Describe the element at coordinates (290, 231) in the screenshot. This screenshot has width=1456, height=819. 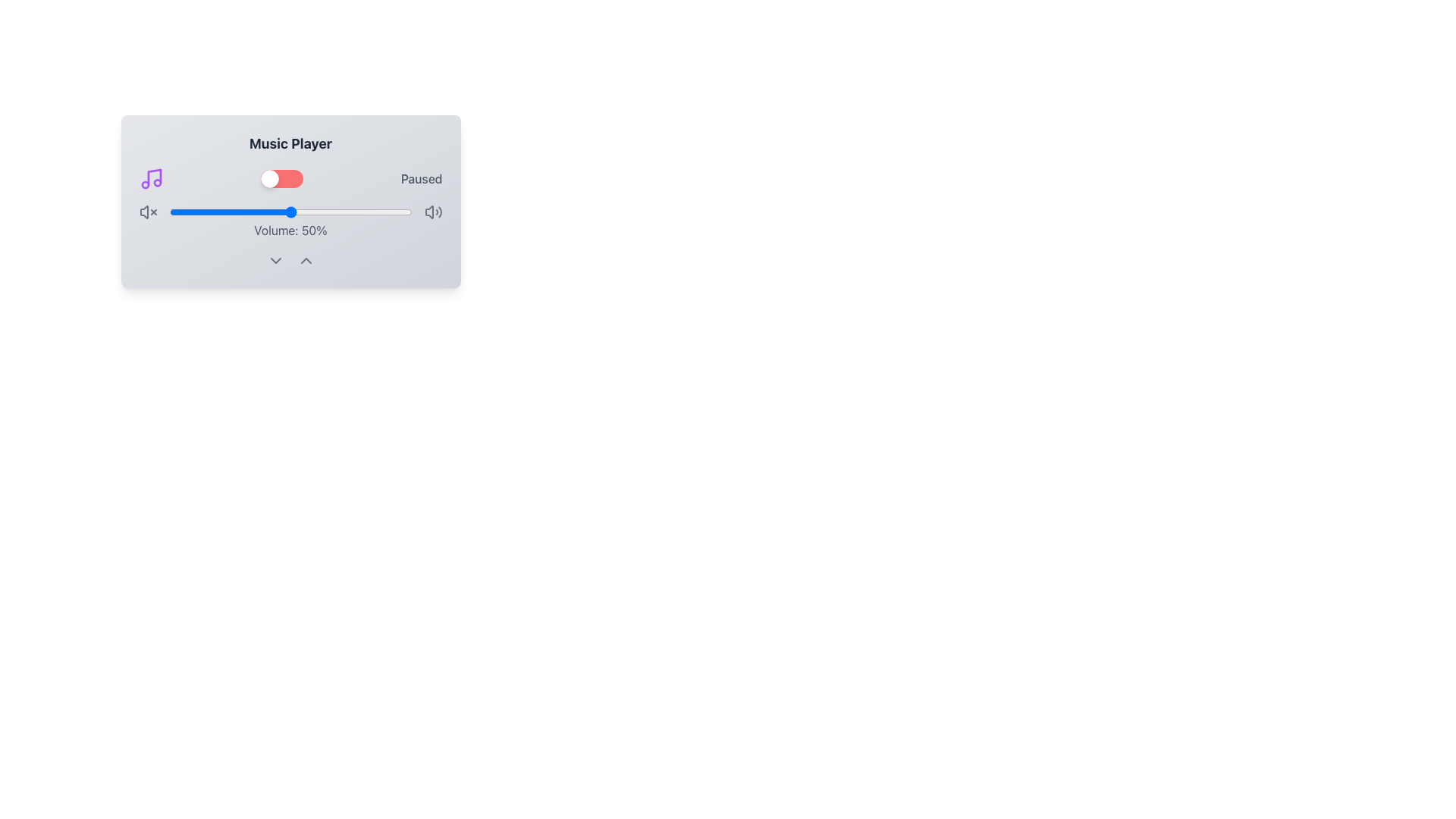
I see `the informational text label displaying the current volume level of 50%, located below the horizontal volume slider` at that location.